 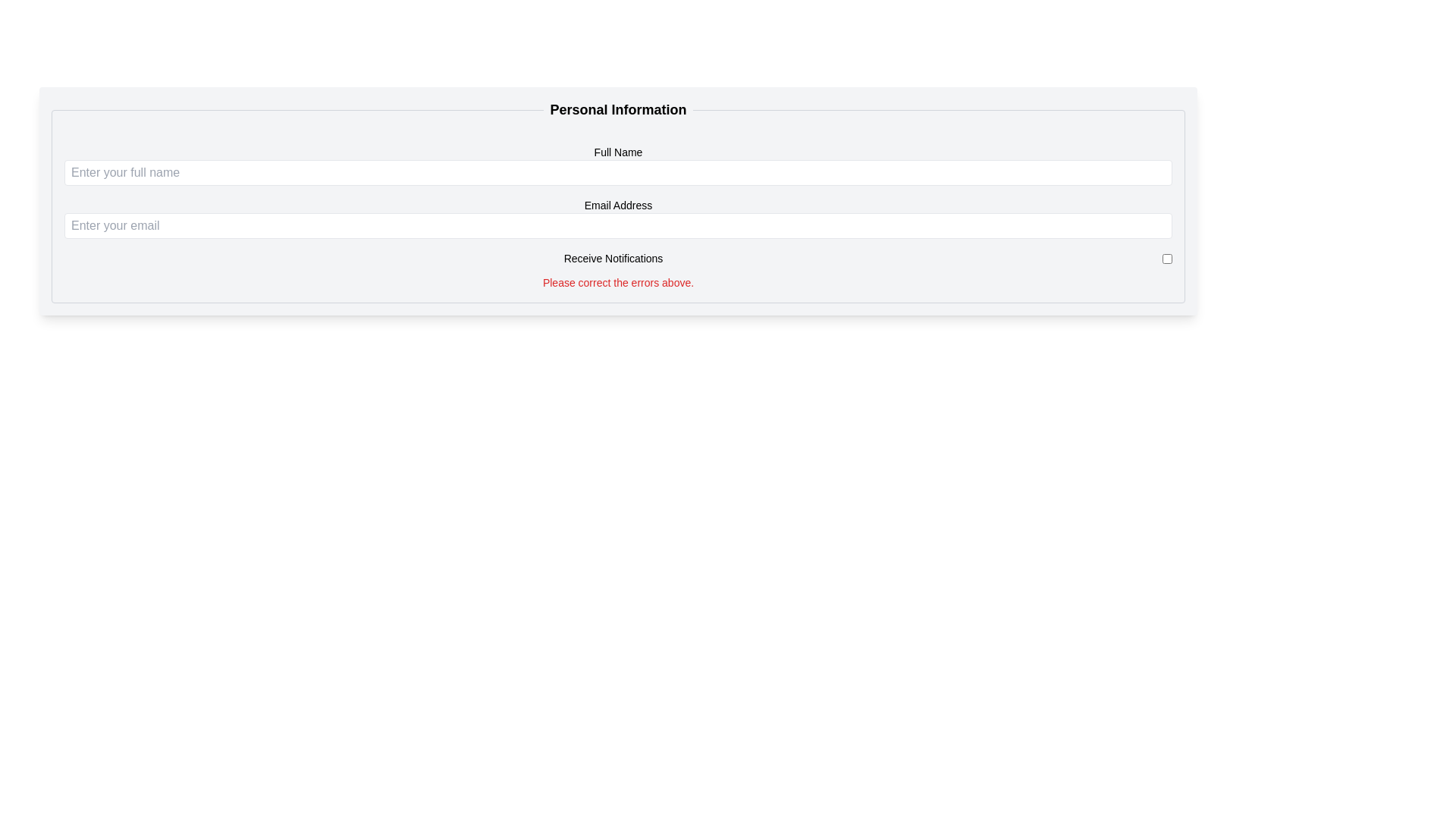 I want to click on the email input box below the 'Full Name' input field to focus it, so click(x=618, y=218).